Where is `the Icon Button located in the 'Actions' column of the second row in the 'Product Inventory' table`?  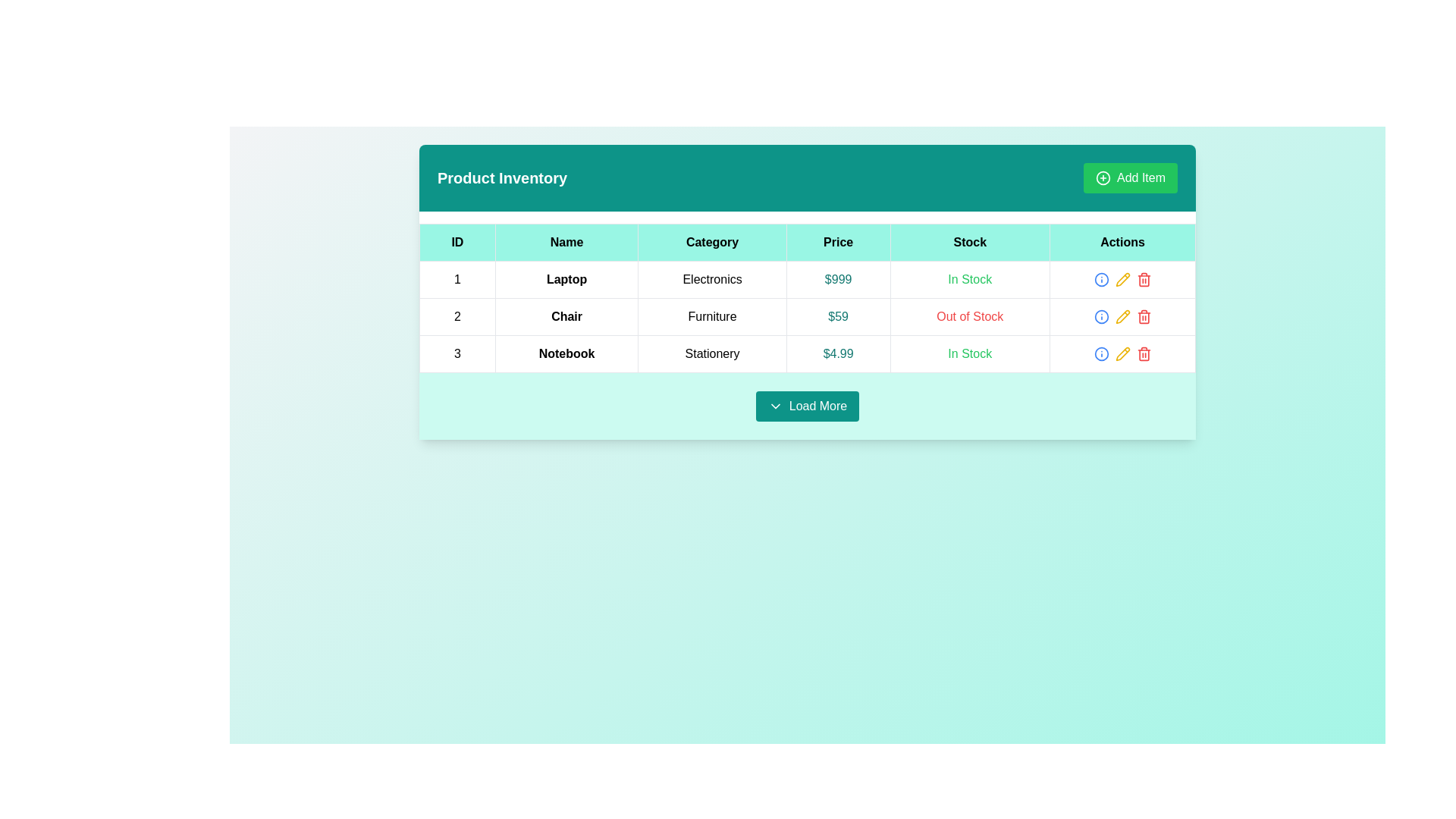
the Icon Button located in the 'Actions' column of the second row in the 'Product Inventory' table is located at coordinates (1122, 315).